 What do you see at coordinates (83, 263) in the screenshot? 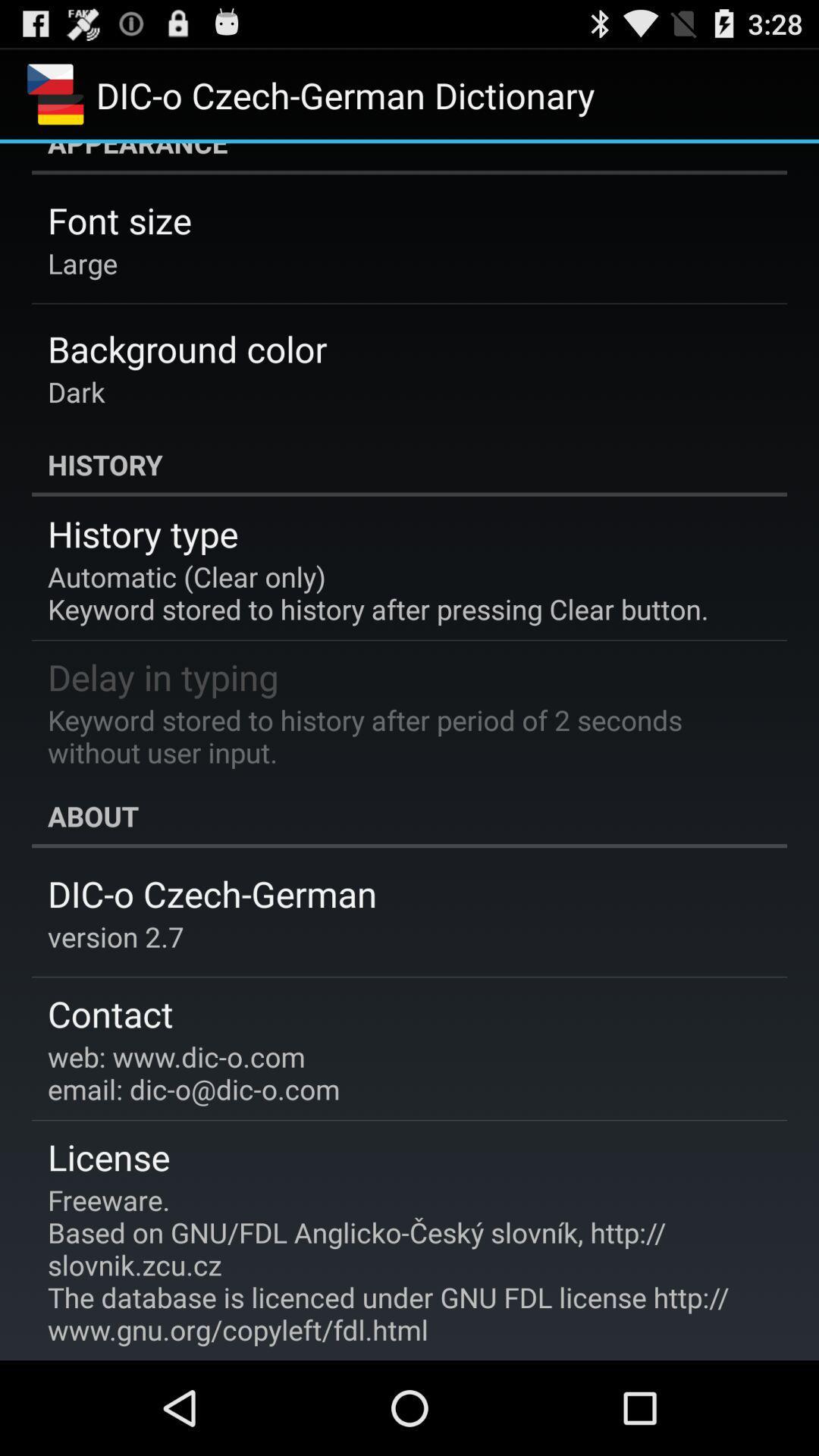
I see `item below the font size` at bounding box center [83, 263].